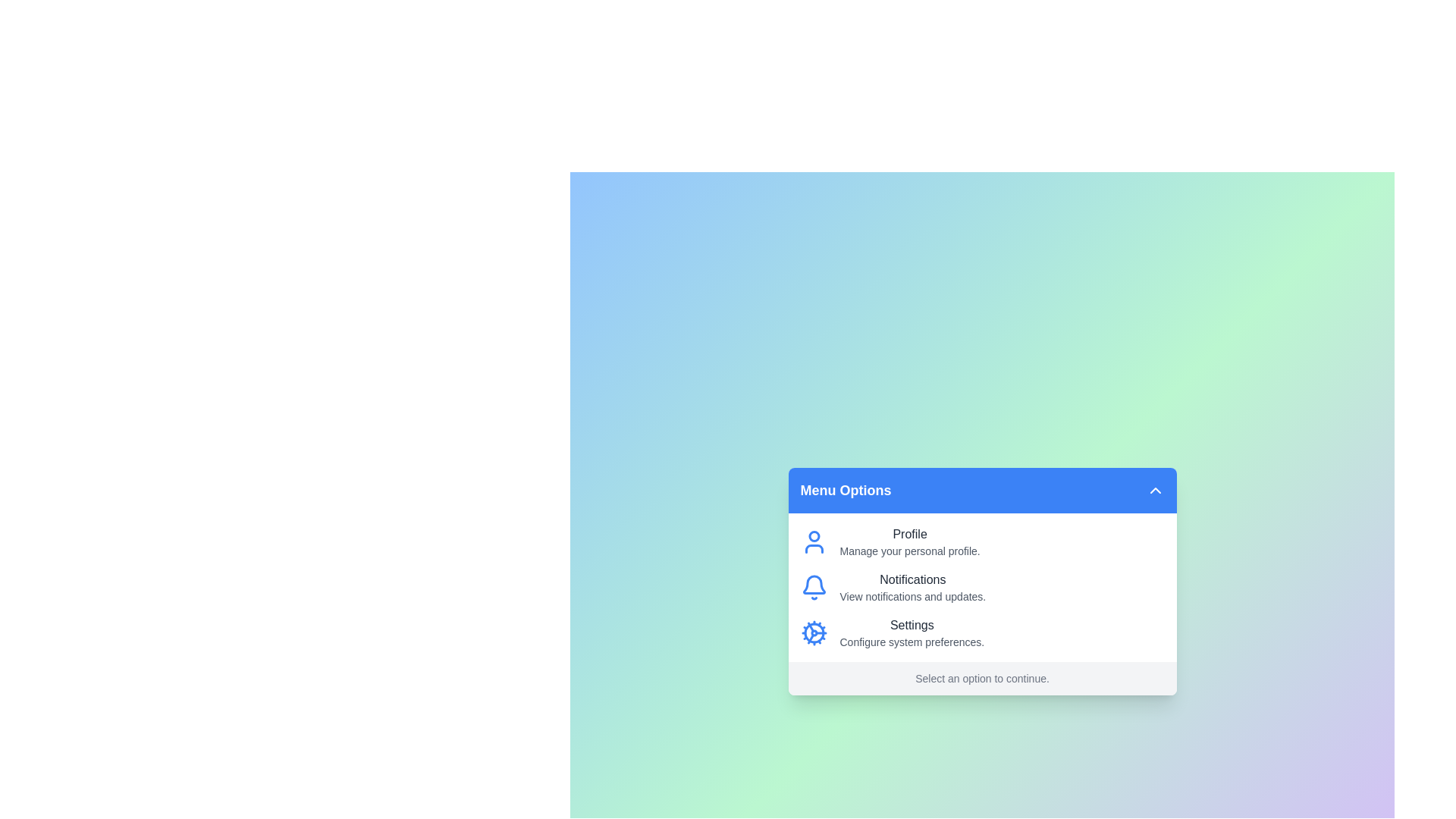 Image resolution: width=1456 pixels, height=819 pixels. What do you see at coordinates (910, 541) in the screenshot?
I see `the menu option Profile from the list` at bounding box center [910, 541].